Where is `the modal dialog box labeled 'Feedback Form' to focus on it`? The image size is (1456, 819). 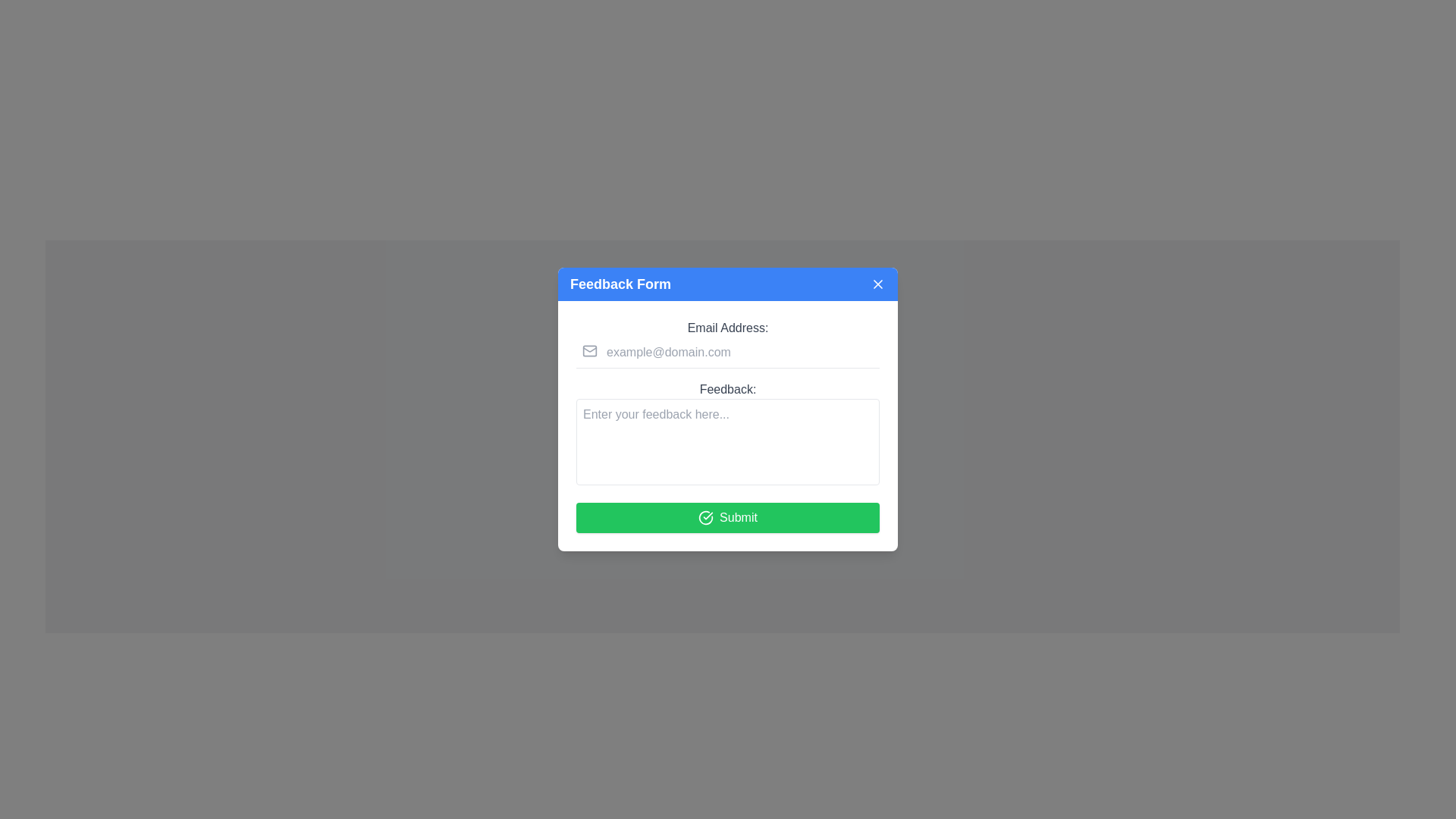
the modal dialog box labeled 'Feedback Form' to focus on it is located at coordinates (728, 409).